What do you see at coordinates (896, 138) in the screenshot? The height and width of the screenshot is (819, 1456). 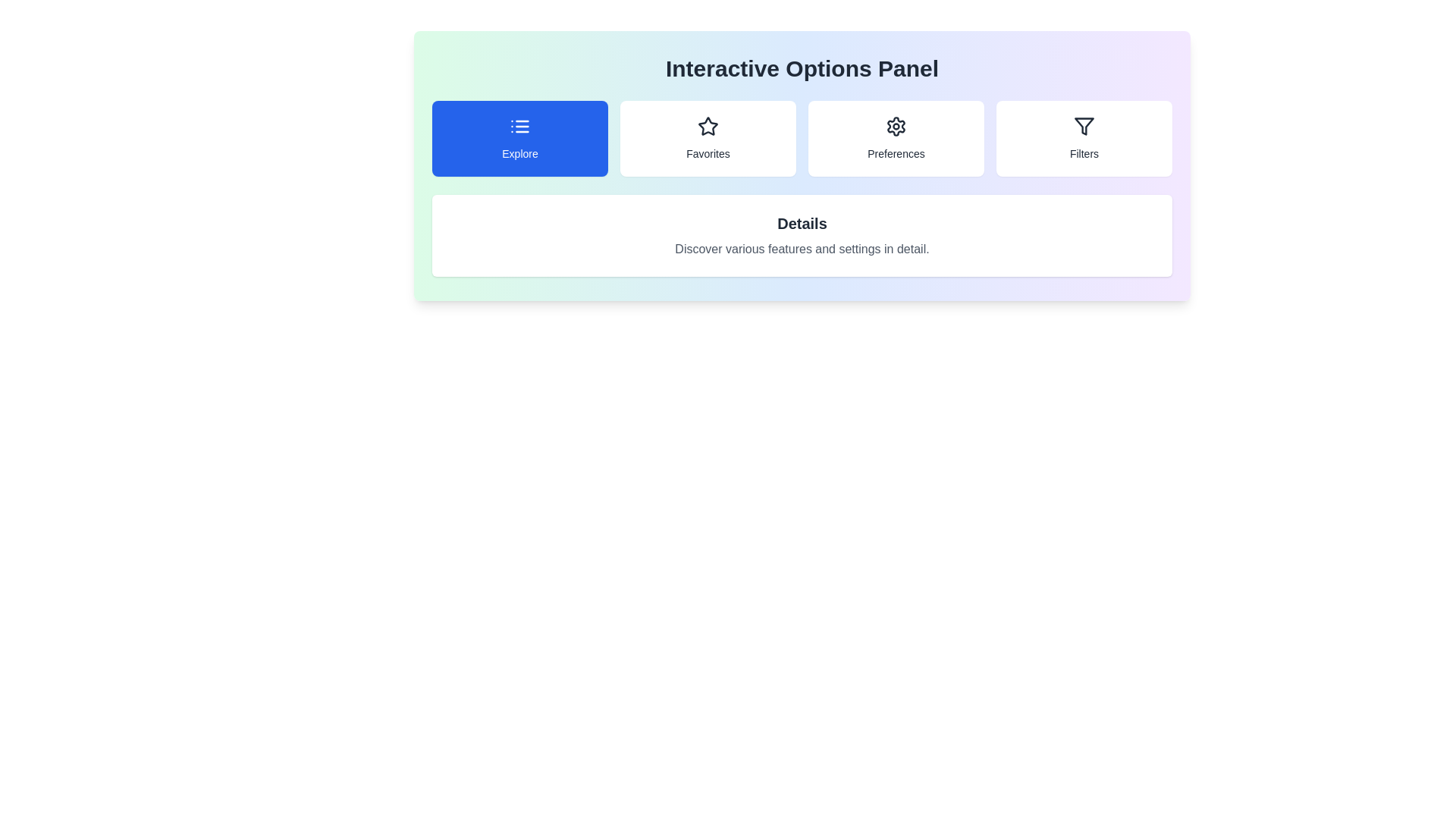 I see `the 'Preferences' button` at bounding box center [896, 138].